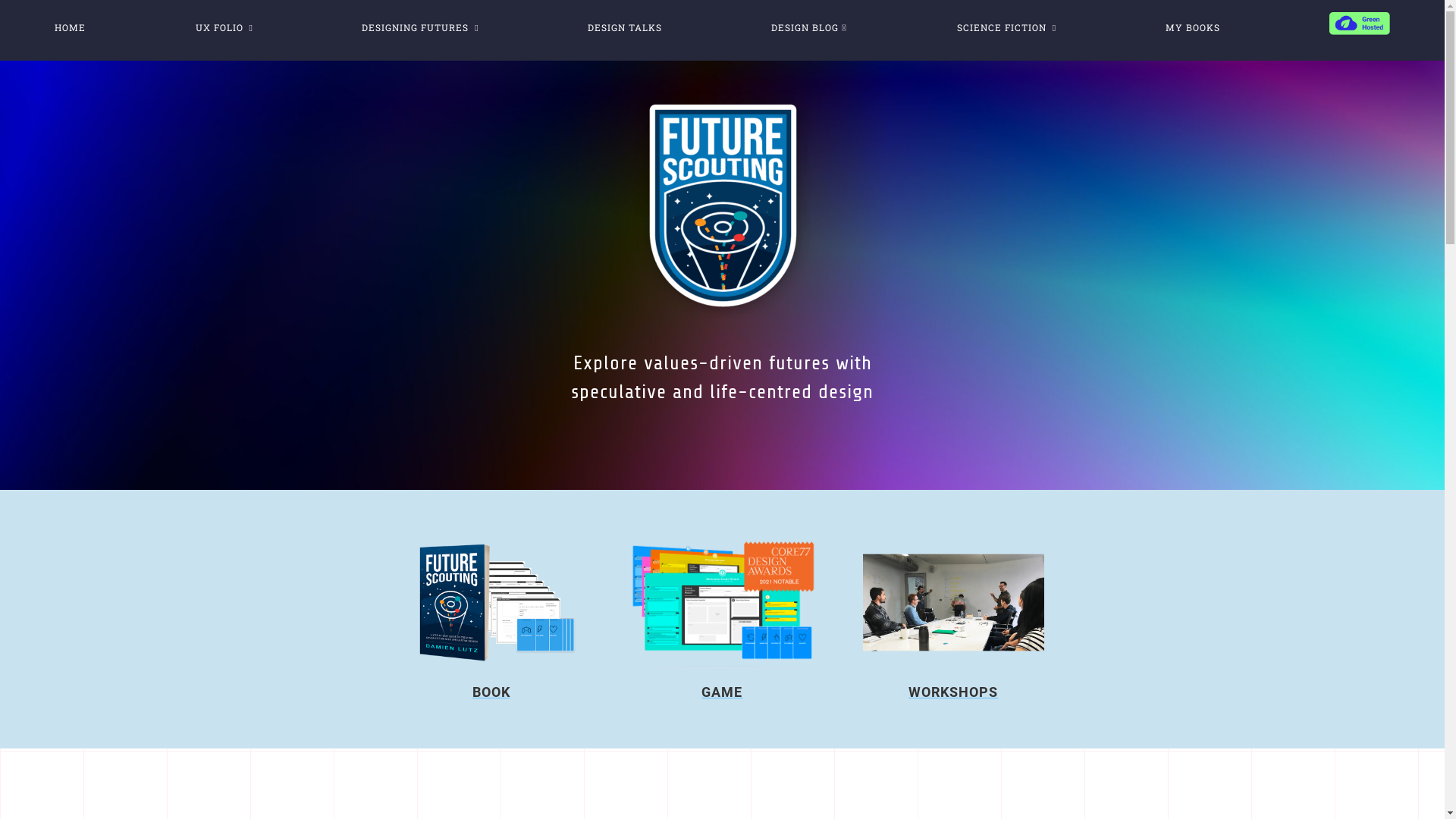  I want to click on 'Logo-02-edit2', so click(722, 205).